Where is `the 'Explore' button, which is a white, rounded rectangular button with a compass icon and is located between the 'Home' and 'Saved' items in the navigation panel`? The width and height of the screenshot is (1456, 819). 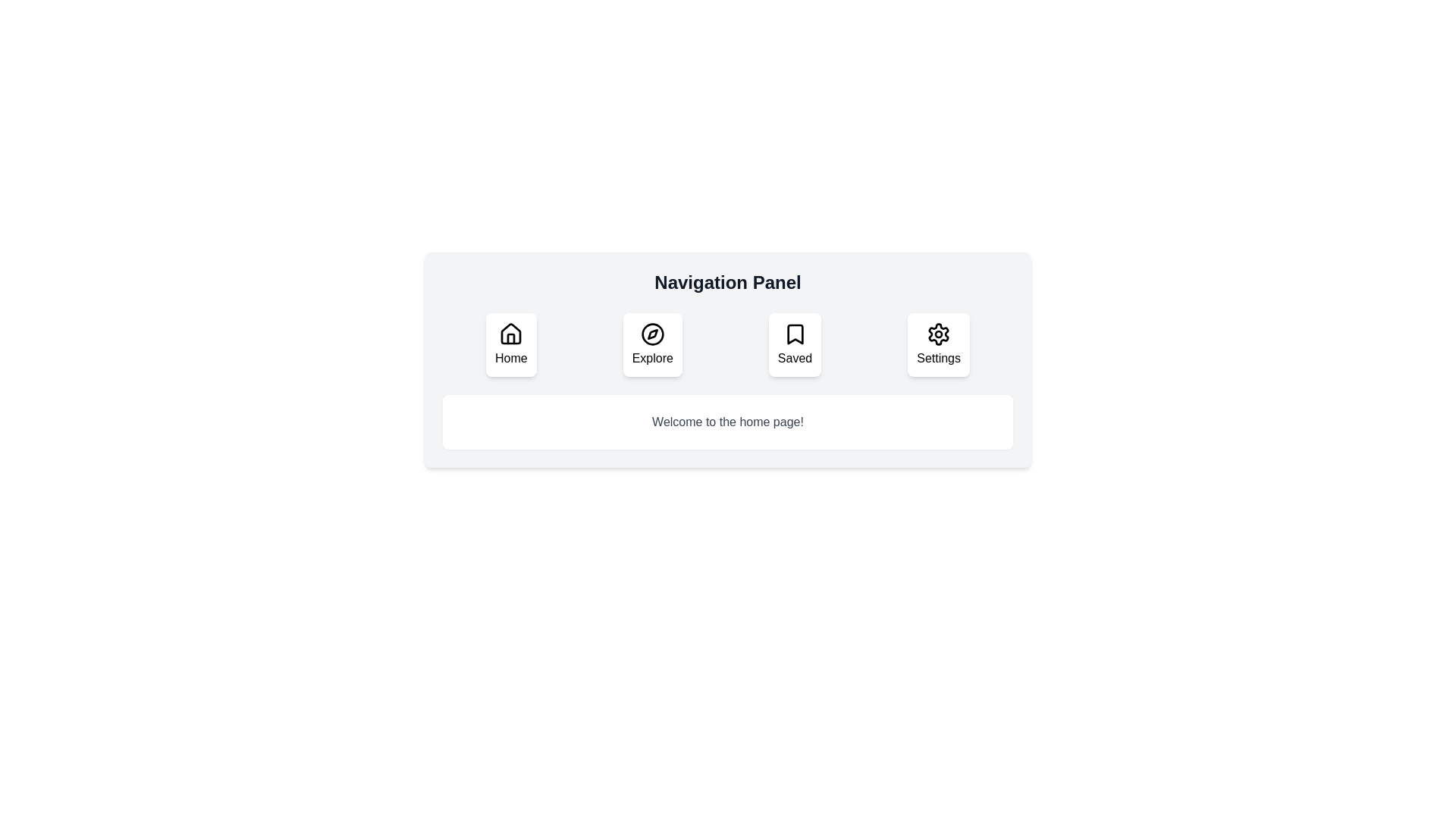 the 'Explore' button, which is a white, rounded rectangular button with a compass icon and is located between the 'Home' and 'Saved' items in the navigation panel is located at coordinates (652, 345).